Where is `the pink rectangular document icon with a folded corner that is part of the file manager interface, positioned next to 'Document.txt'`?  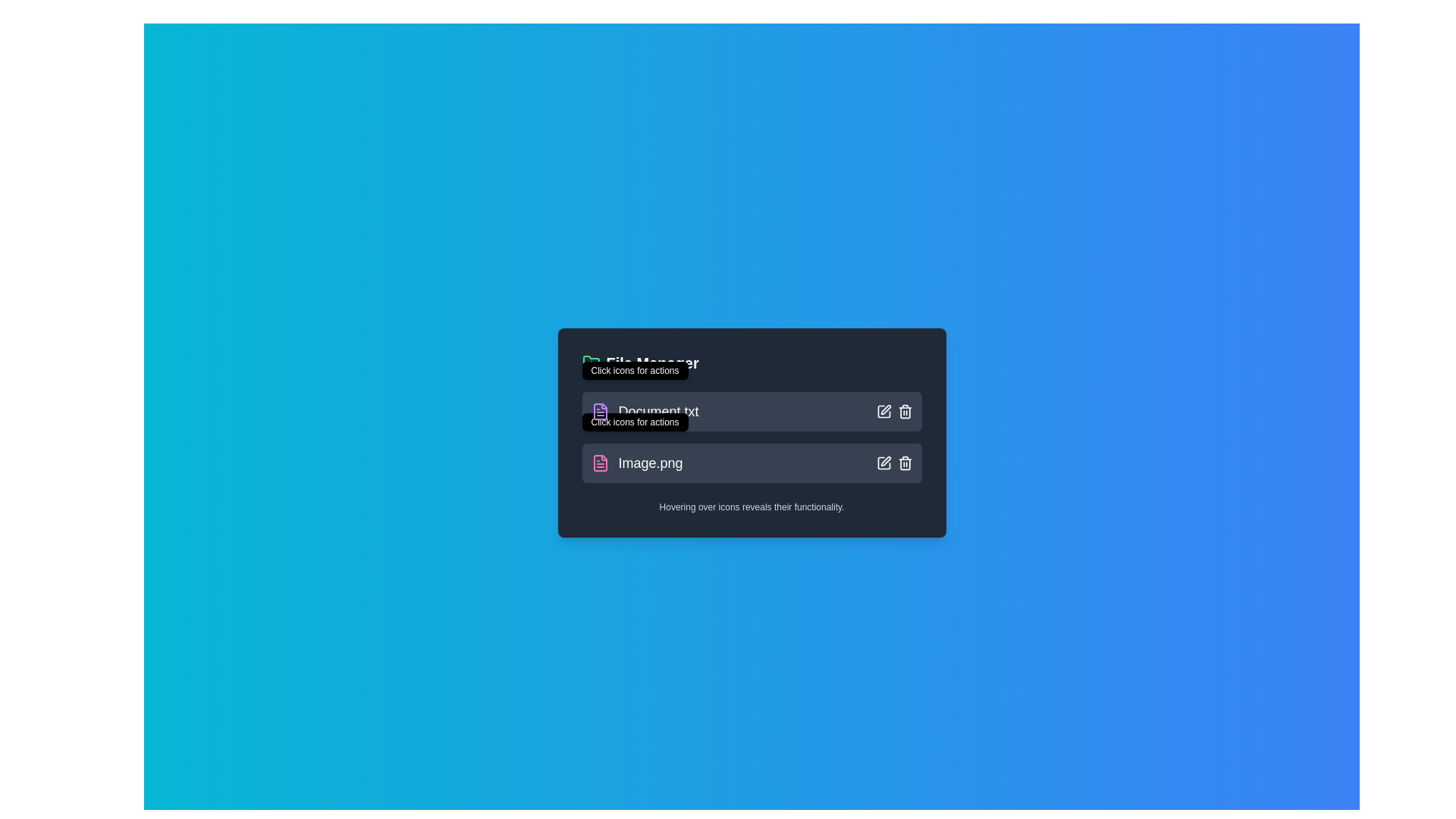 the pink rectangular document icon with a folded corner that is part of the file manager interface, positioned next to 'Document.txt' is located at coordinates (599, 462).